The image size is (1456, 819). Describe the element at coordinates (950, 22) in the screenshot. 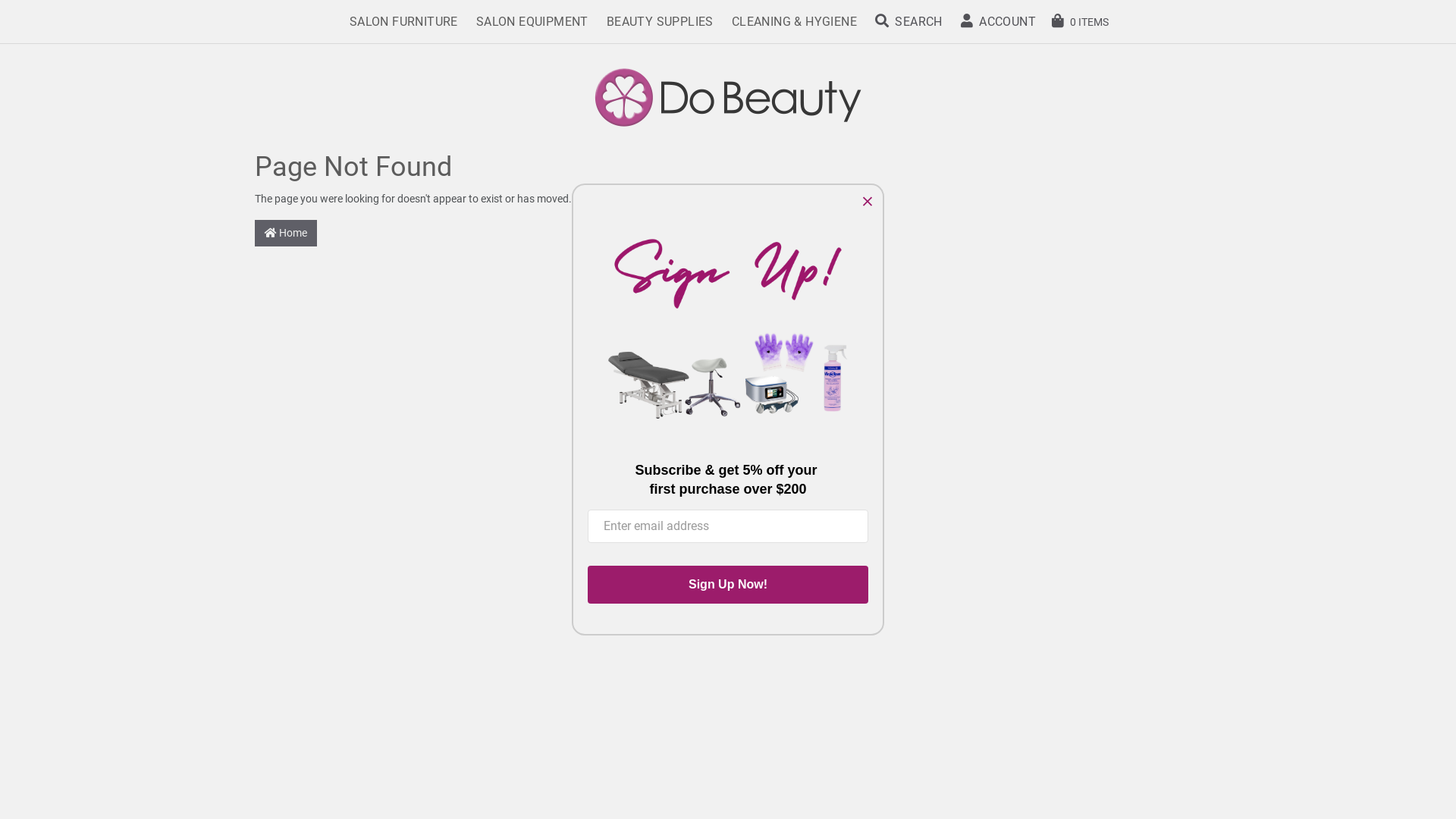

I see `'ACCOUNT'` at that location.